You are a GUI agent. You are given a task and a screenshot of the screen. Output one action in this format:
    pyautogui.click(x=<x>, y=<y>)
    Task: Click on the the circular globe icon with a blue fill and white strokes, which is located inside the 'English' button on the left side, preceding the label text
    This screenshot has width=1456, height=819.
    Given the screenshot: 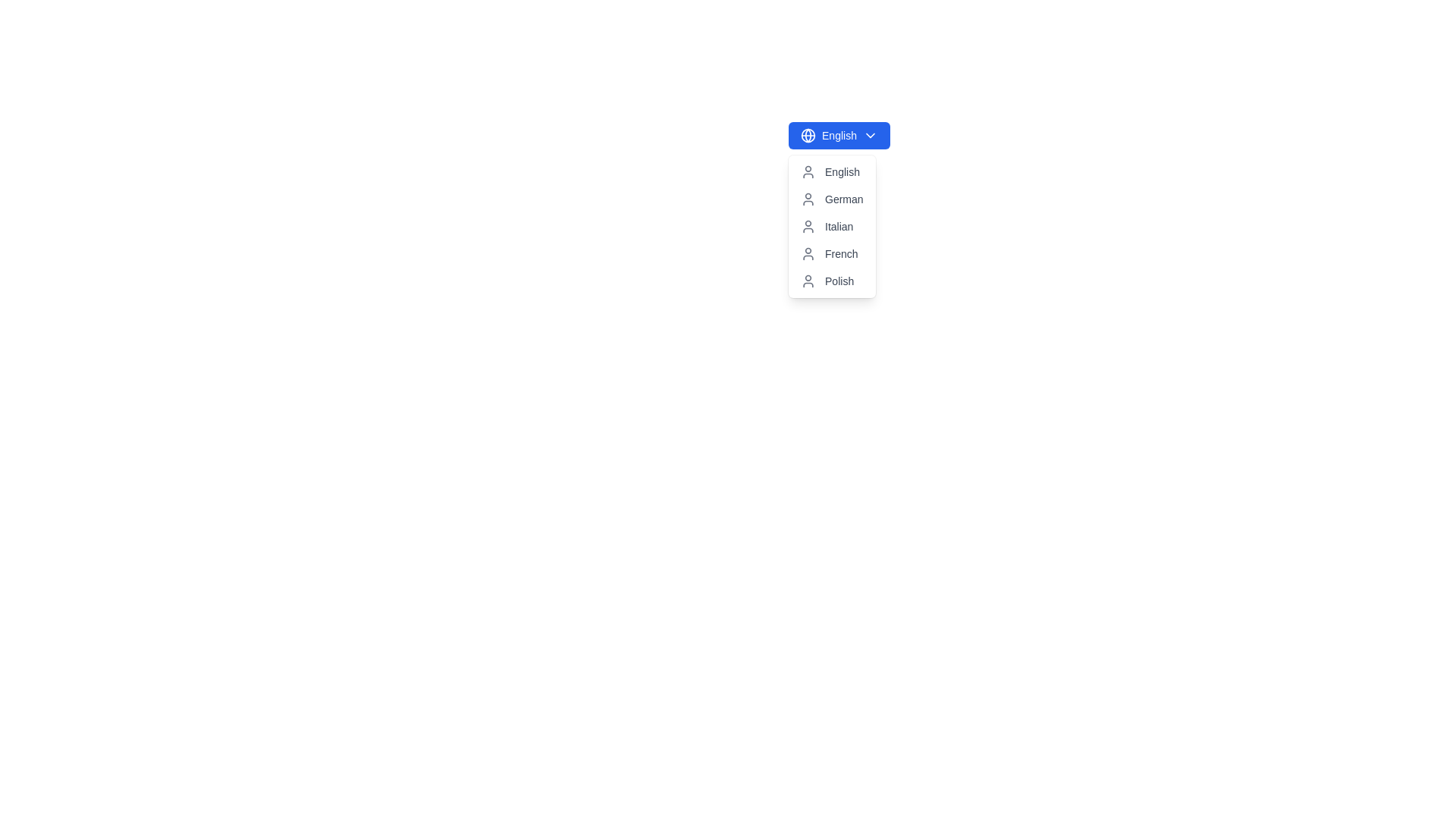 What is the action you would take?
    pyautogui.click(x=807, y=134)
    